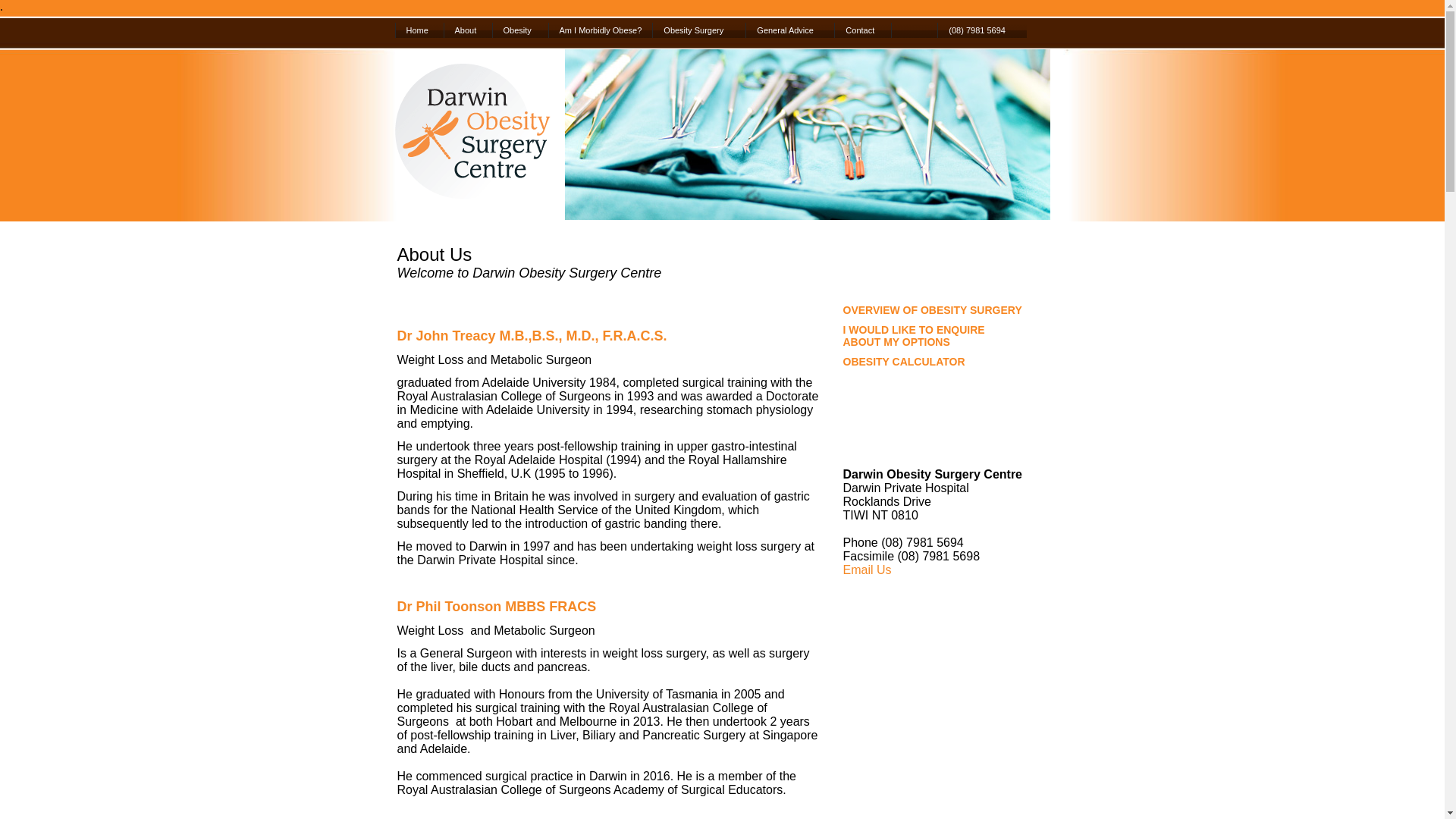 Image resolution: width=1456 pixels, height=819 pixels. Describe the element at coordinates (466, 30) in the screenshot. I see `'About'` at that location.